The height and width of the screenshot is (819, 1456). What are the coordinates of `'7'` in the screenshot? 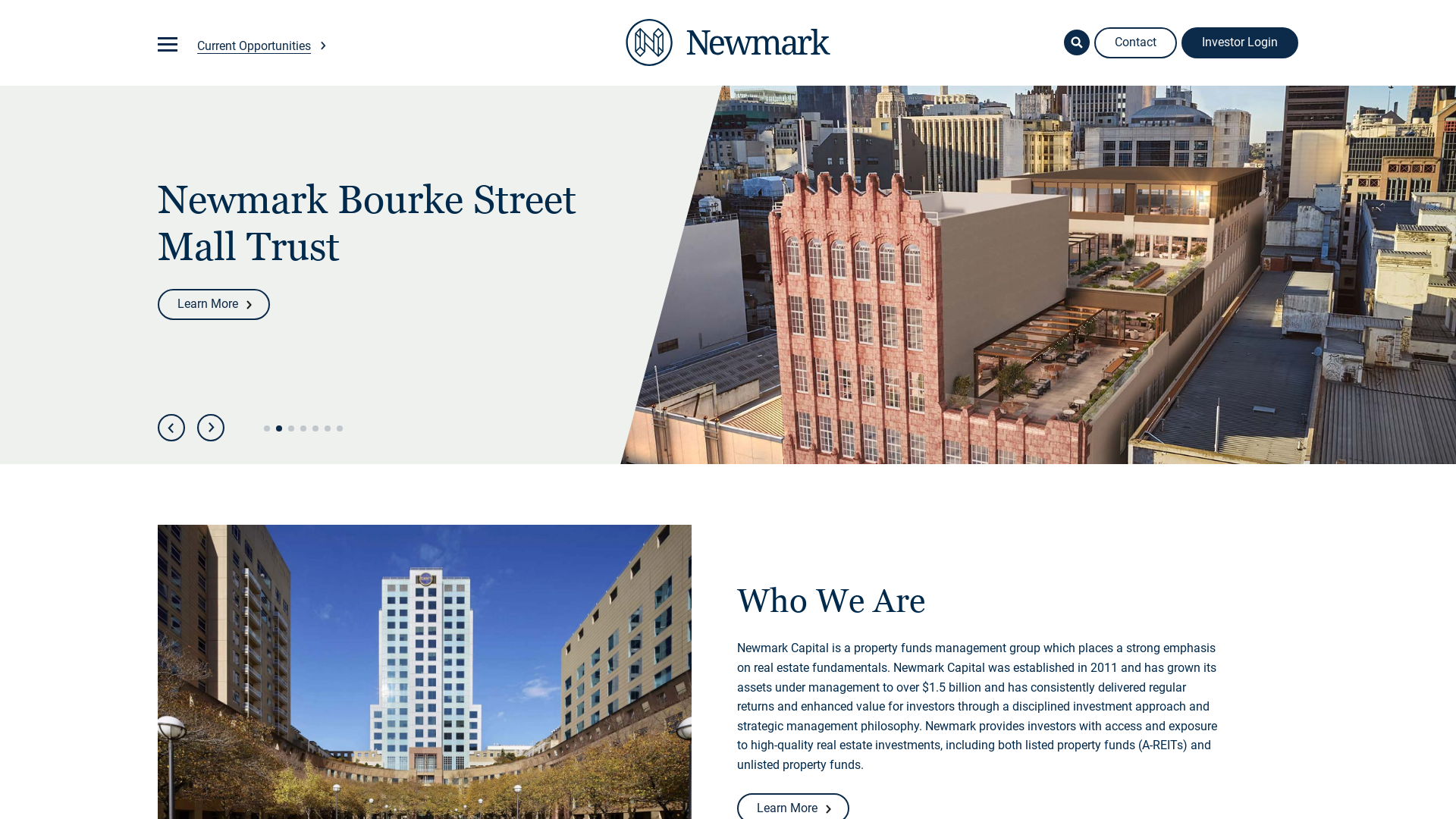 It's located at (340, 426).